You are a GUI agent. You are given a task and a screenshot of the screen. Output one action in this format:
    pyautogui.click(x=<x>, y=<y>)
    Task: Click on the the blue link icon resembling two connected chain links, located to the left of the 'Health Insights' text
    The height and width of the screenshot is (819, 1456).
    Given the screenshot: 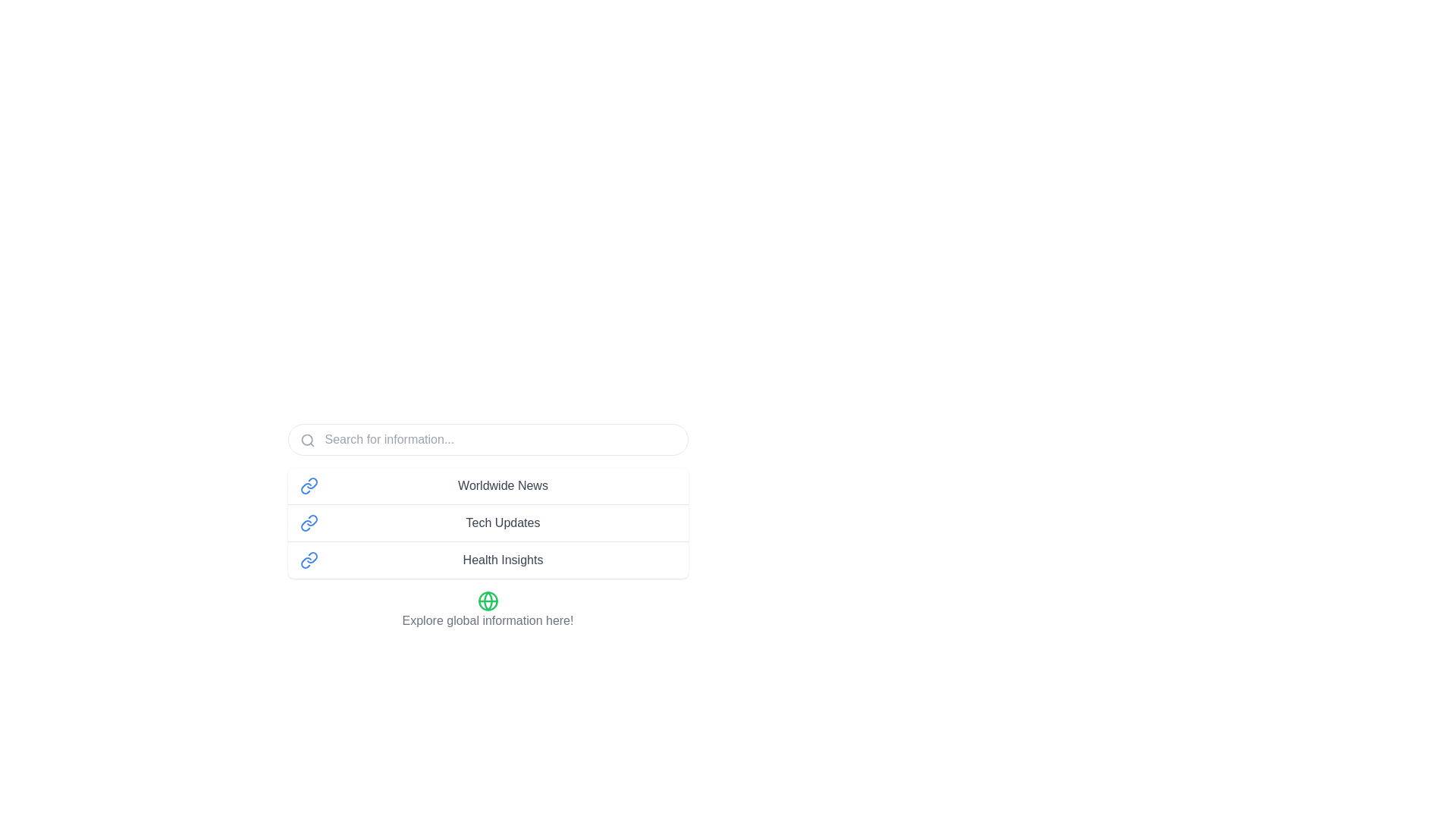 What is the action you would take?
    pyautogui.click(x=308, y=560)
    